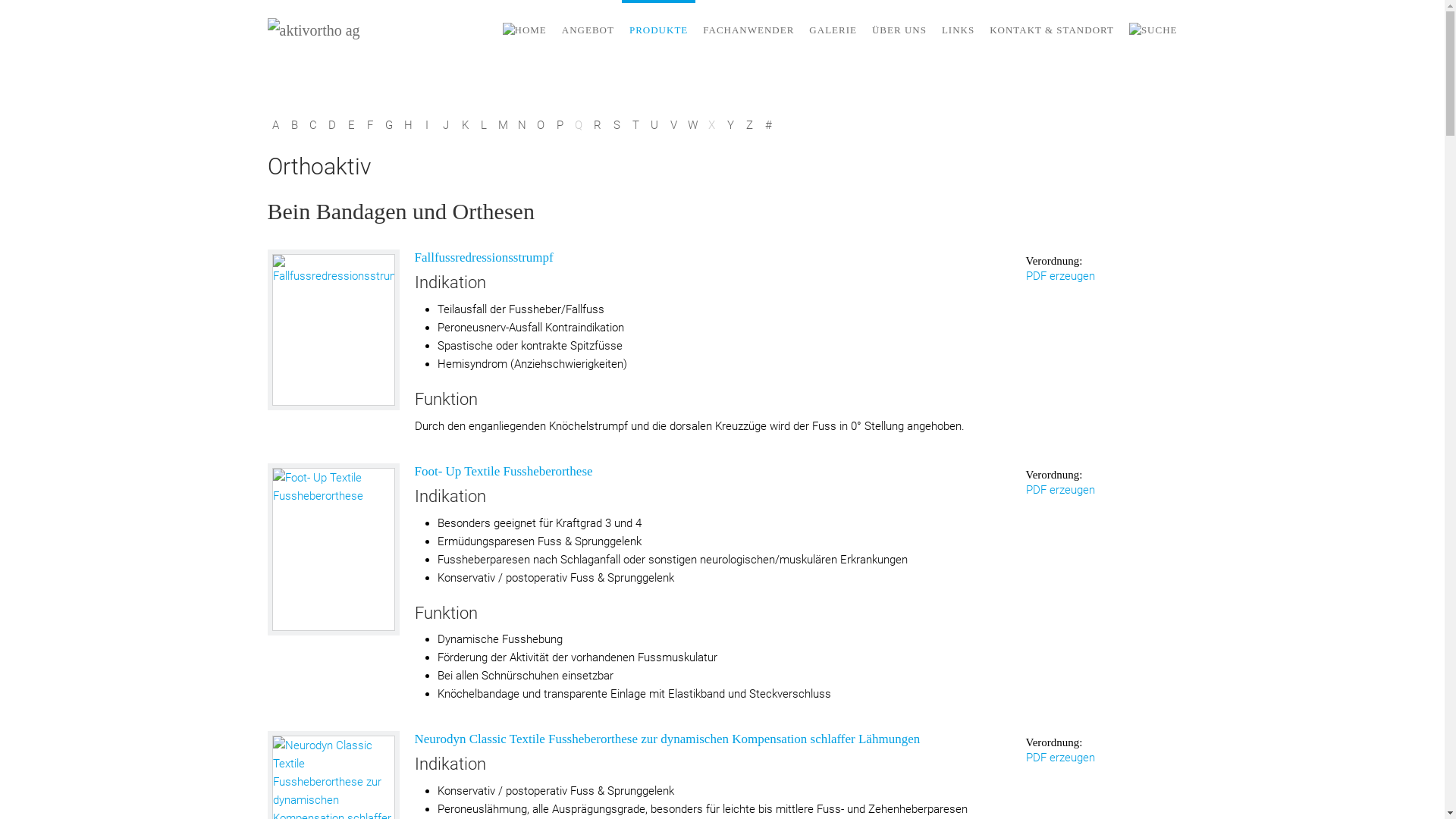 The width and height of the screenshot is (1456, 819). I want to click on 'C', so click(312, 124).